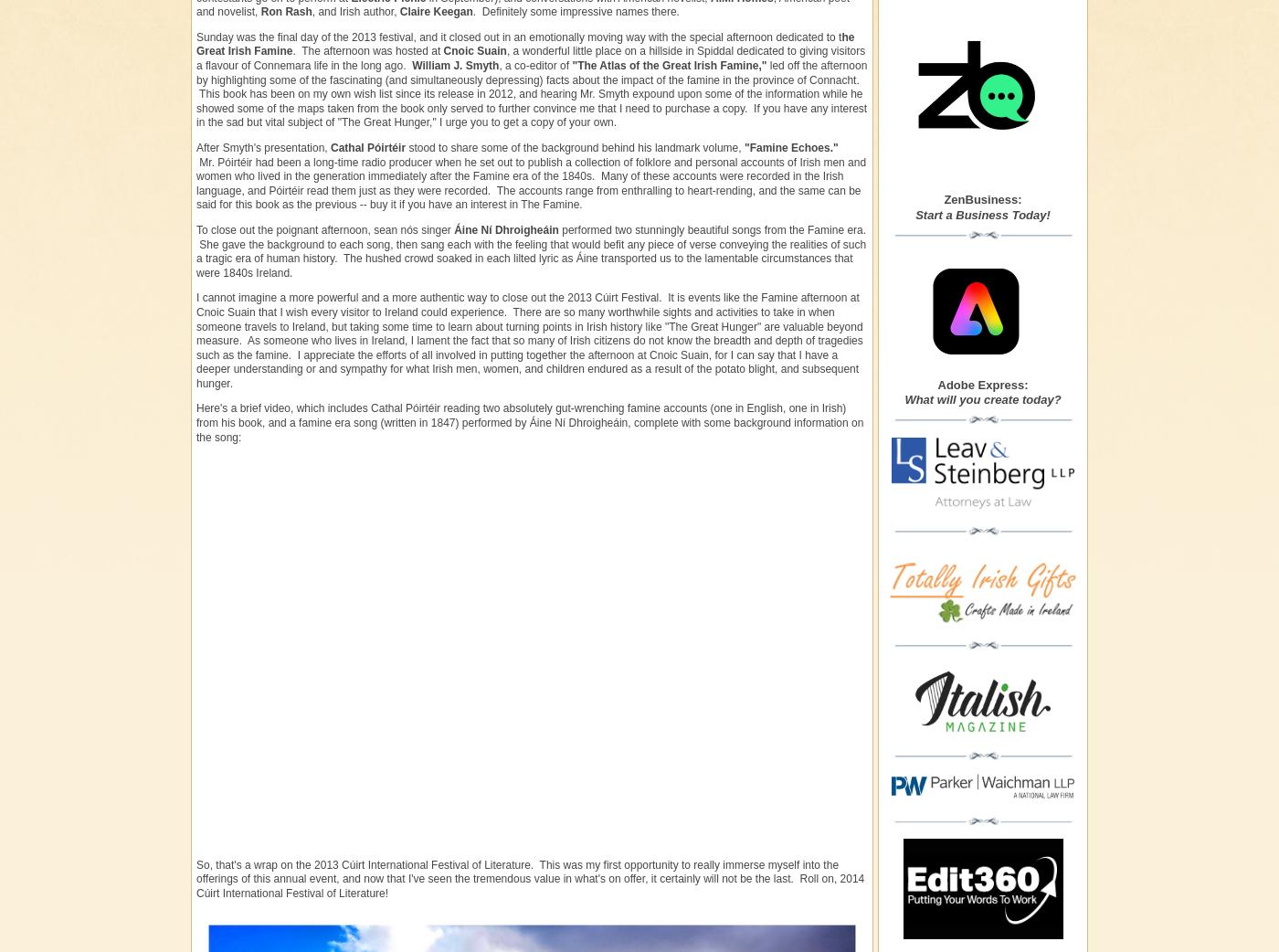 The image size is (1279, 952). Describe the element at coordinates (505, 228) in the screenshot. I see `'Áine Ní Dhroigheáin'` at that location.